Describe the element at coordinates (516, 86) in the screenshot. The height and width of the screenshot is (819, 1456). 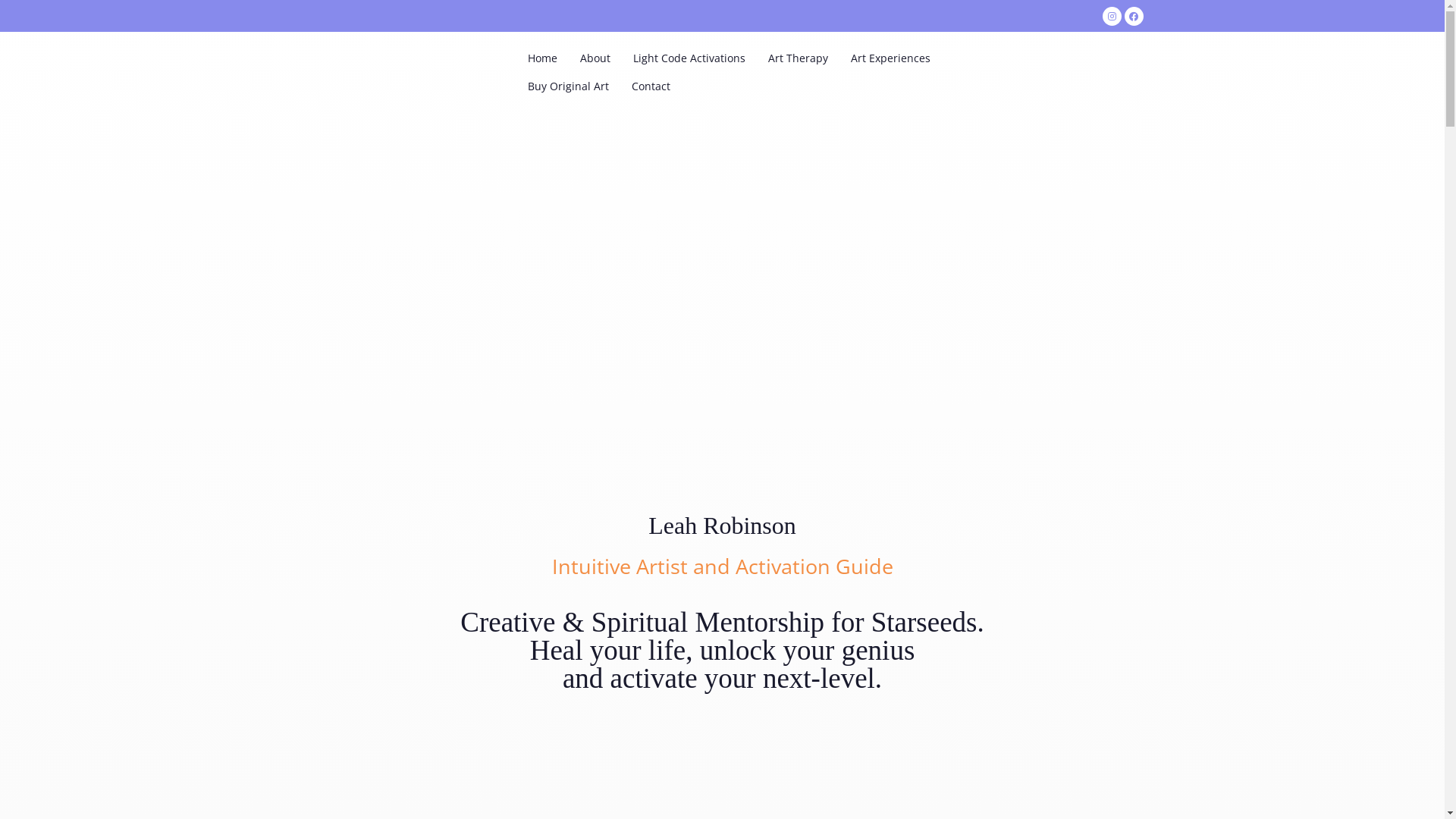
I see `'Buy Original Art'` at that location.